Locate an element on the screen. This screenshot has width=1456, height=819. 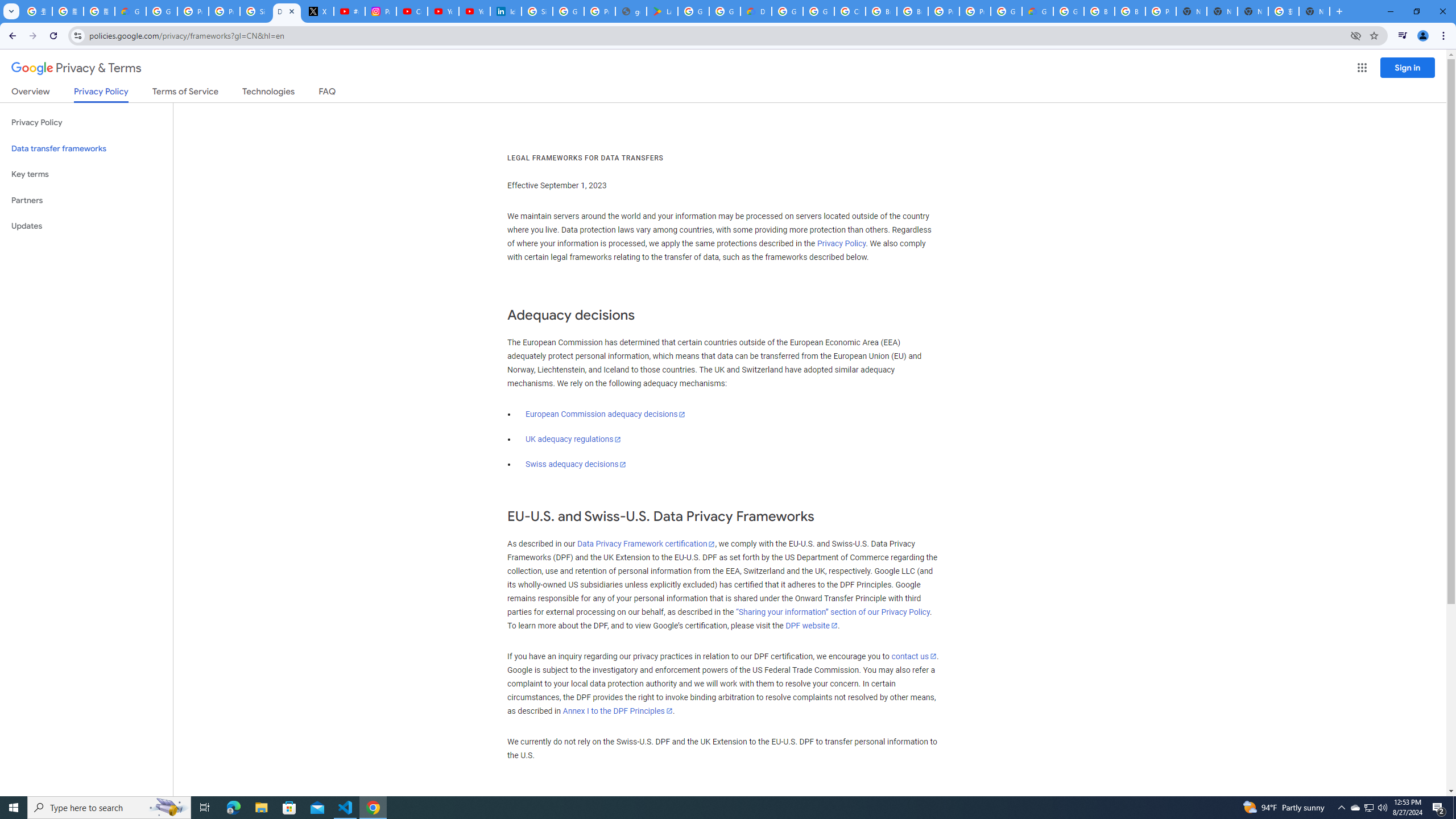
'X' is located at coordinates (317, 11).